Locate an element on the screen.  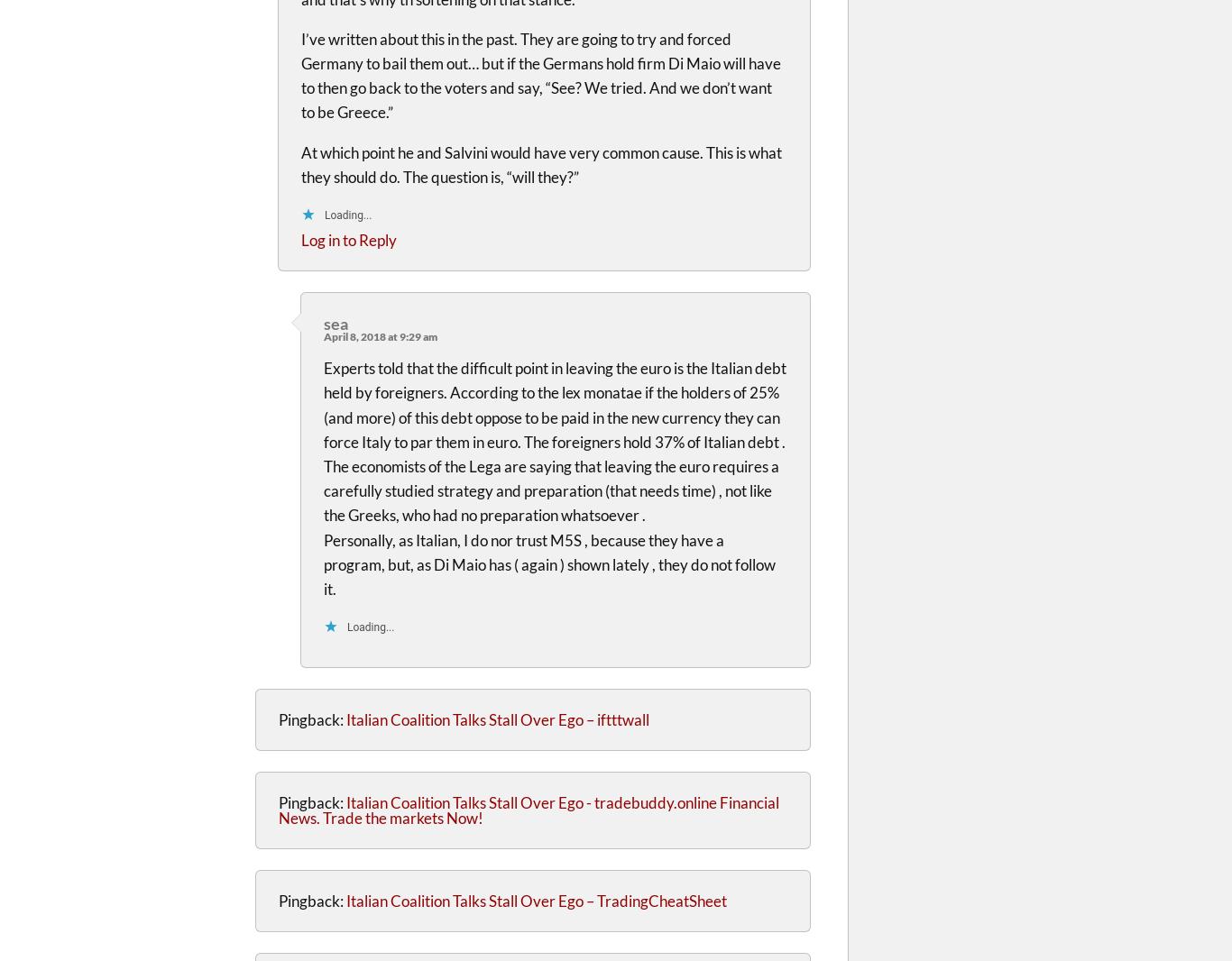
'Log in to Reply' is located at coordinates (347, 238).